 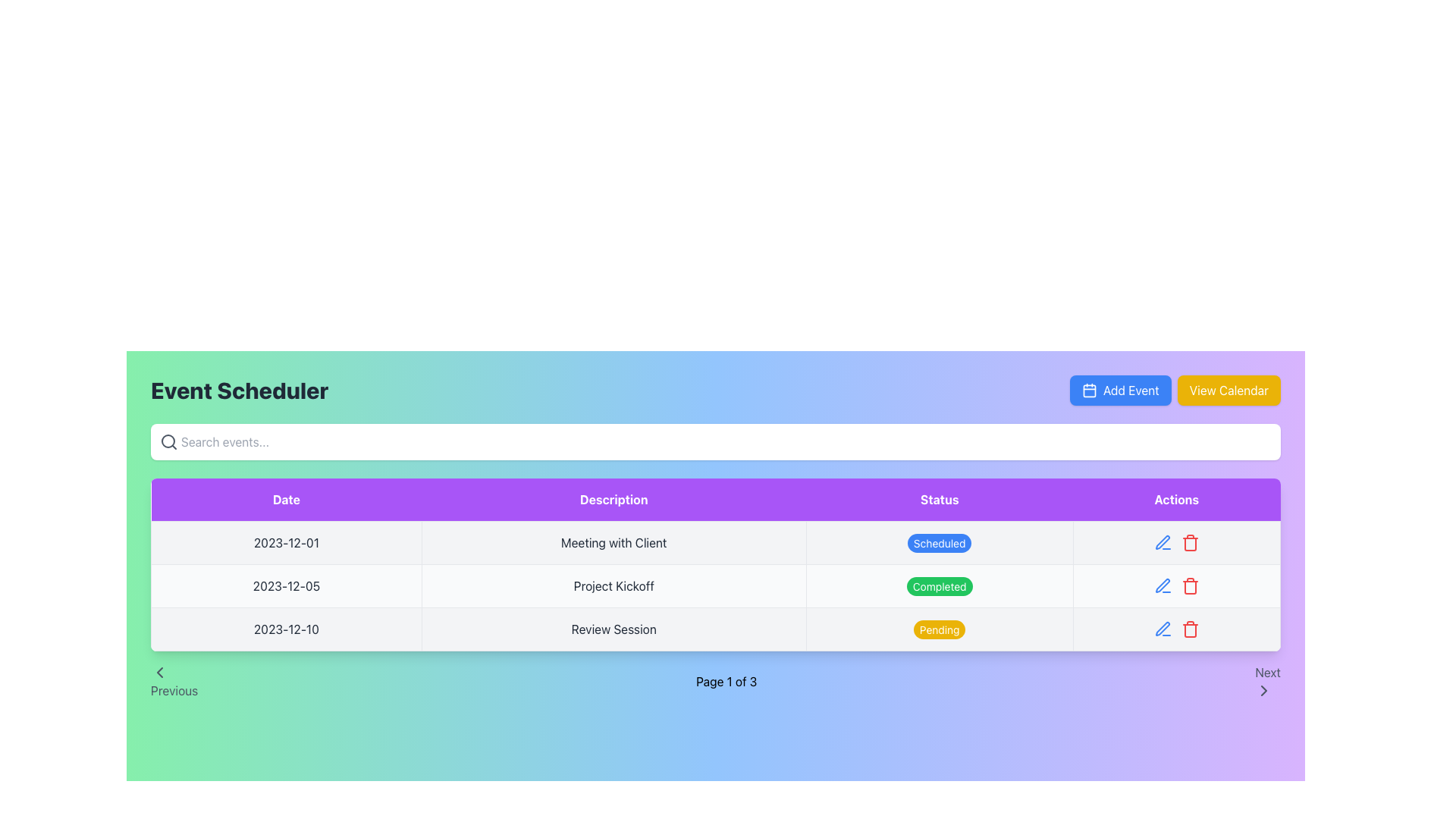 I want to click on the date text element located in the third row of the table under the 'Date' column, which displays an event or milestone, so click(x=286, y=629).